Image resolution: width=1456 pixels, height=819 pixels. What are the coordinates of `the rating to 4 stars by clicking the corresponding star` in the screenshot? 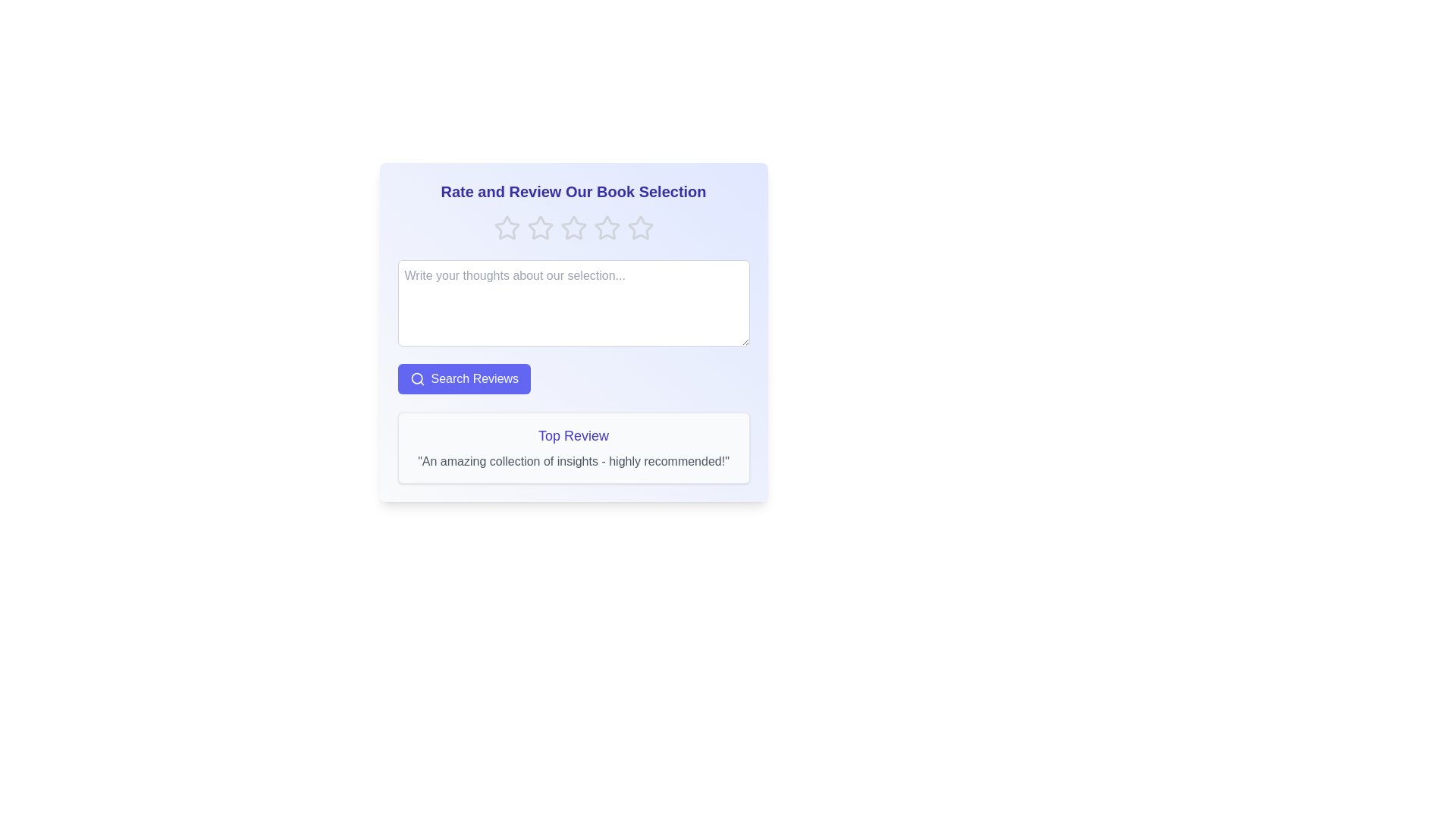 It's located at (607, 227).